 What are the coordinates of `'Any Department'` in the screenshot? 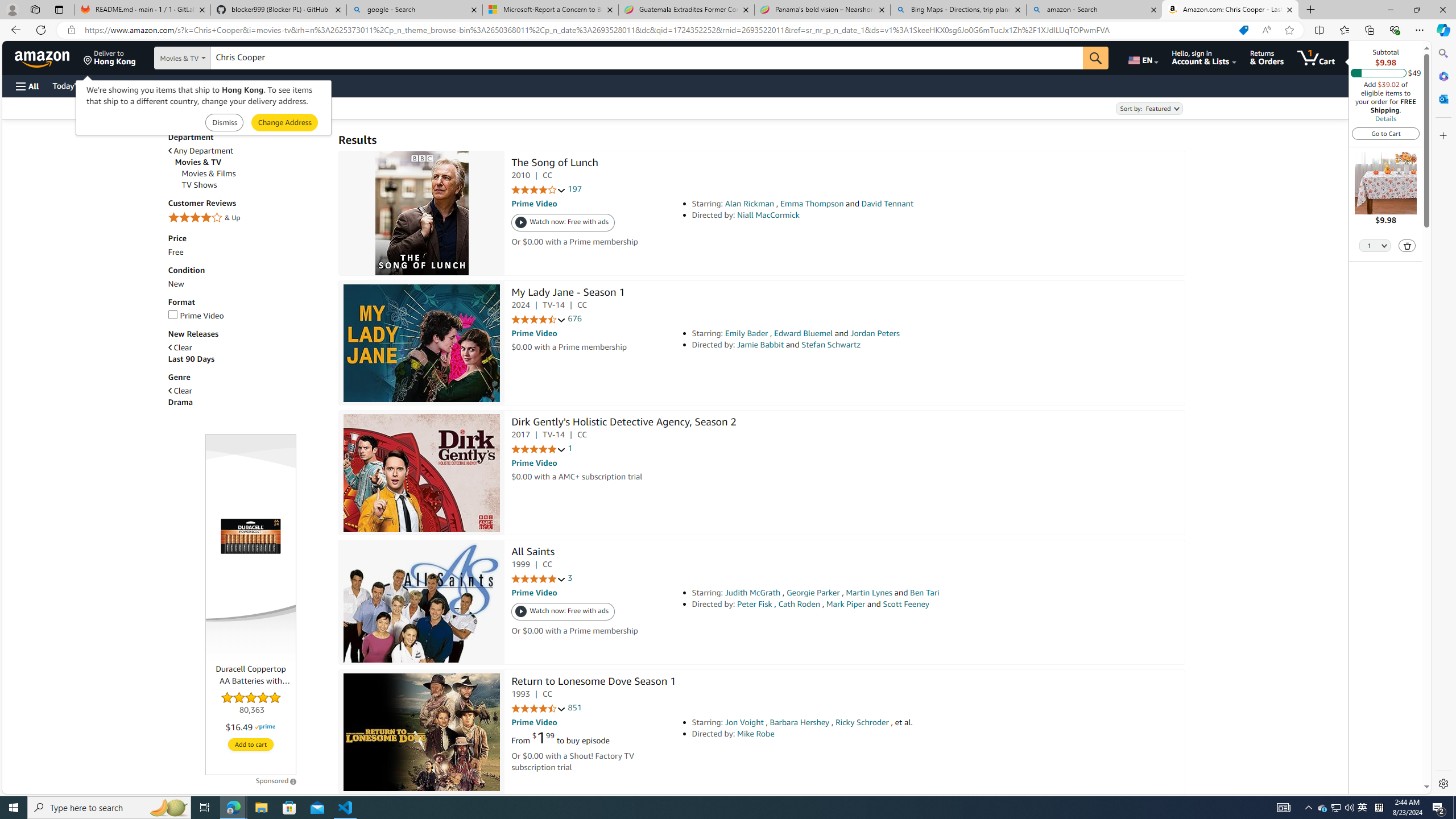 It's located at (247, 150).